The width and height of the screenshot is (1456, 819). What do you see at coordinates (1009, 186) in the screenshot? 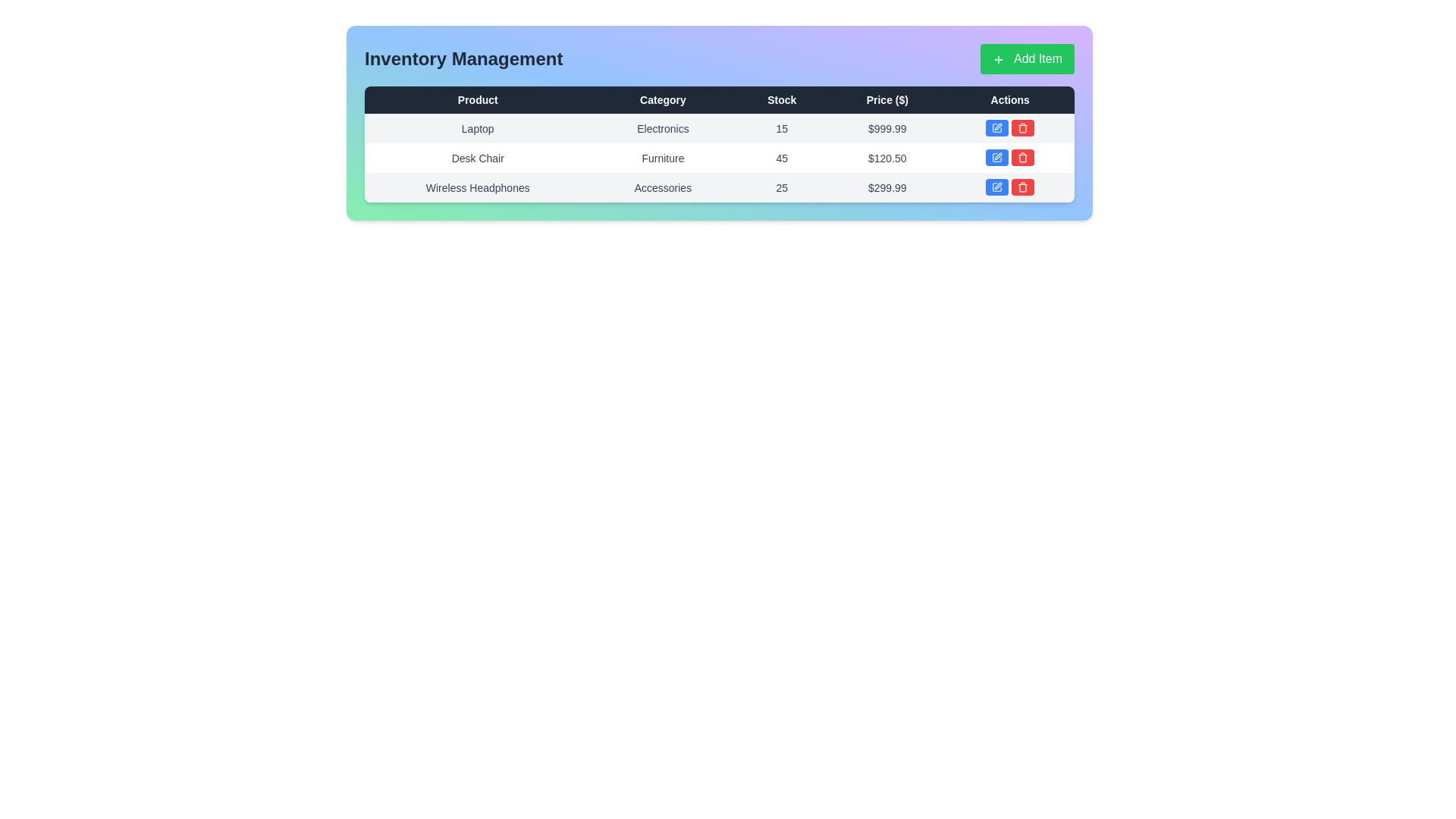
I see `the red delete button in the last row of the inventory table under the 'Actions' column` at bounding box center [1009, 186].